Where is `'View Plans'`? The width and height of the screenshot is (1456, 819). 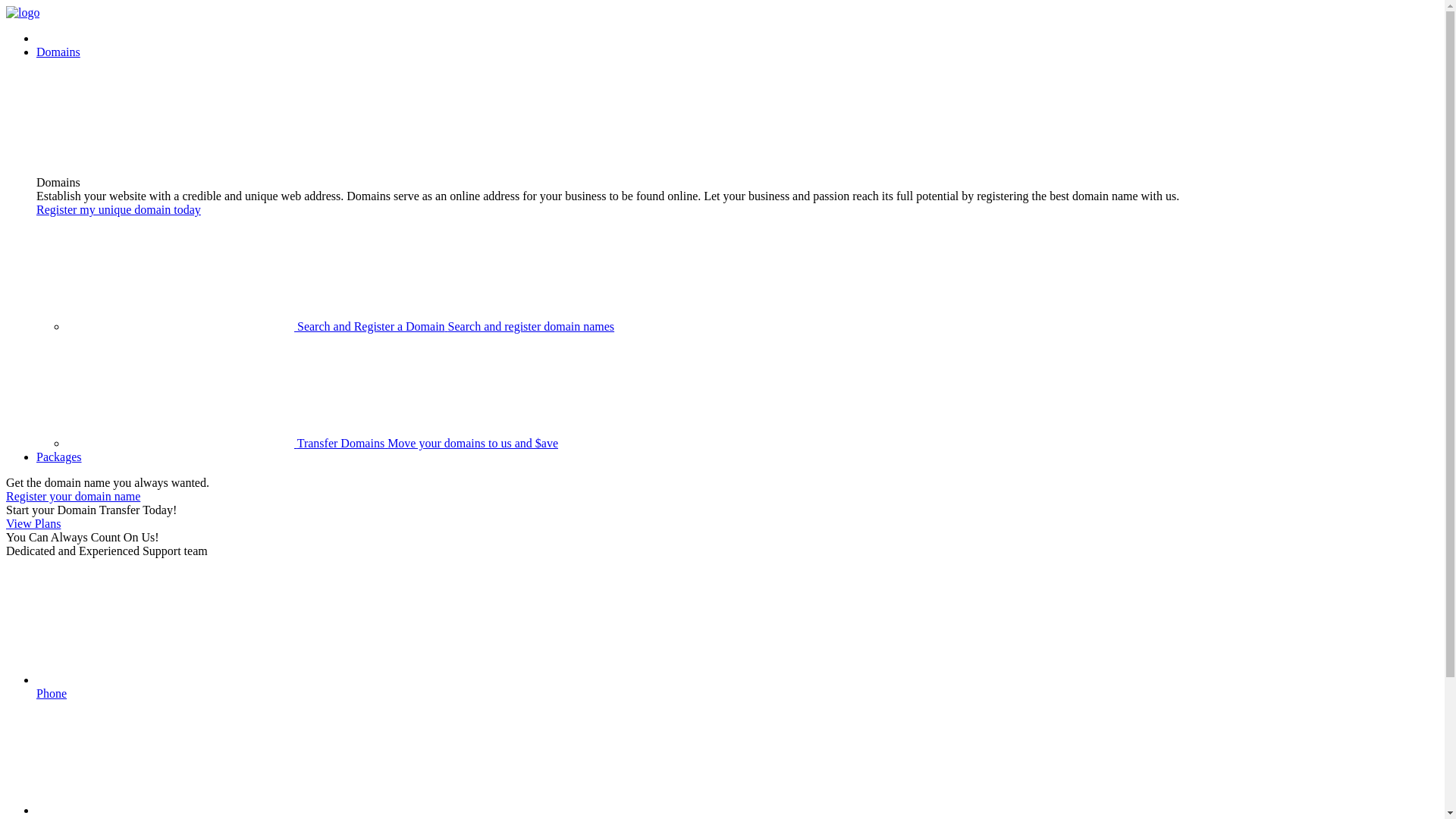 'View Plans' is located at coordinates (33, 522).